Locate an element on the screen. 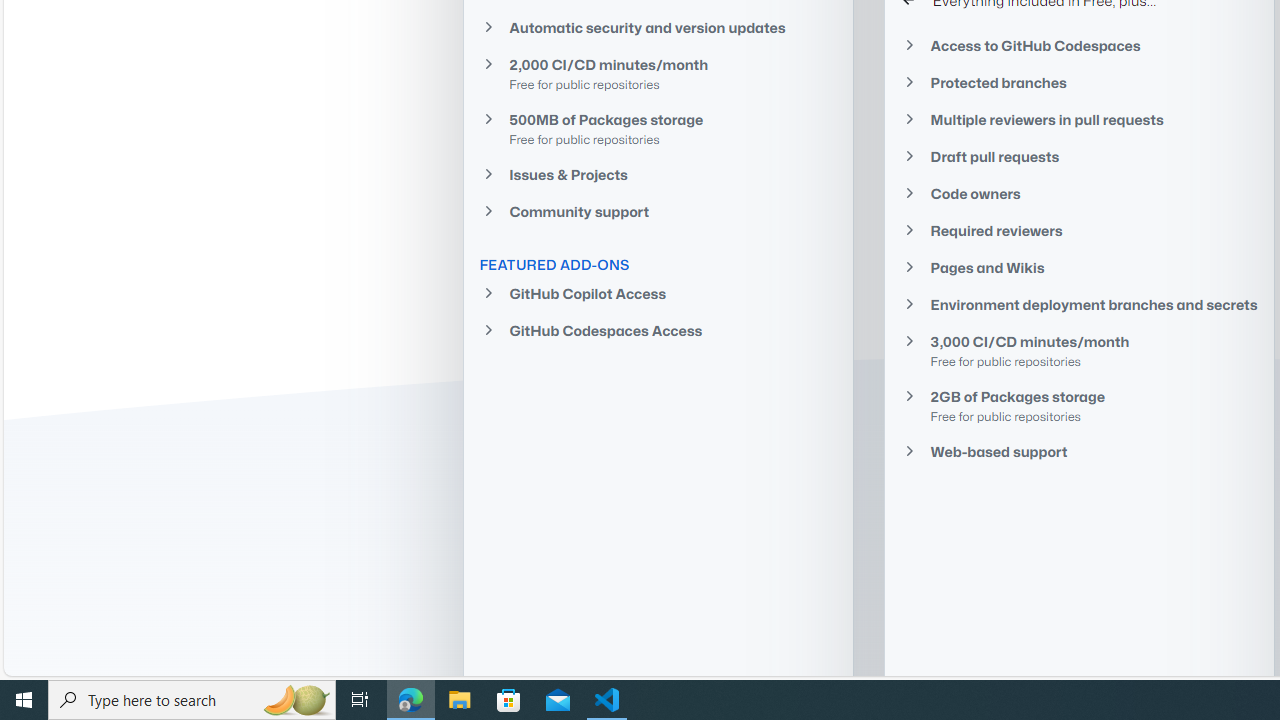  'Code owners' is located at coordinates (1078, 194).